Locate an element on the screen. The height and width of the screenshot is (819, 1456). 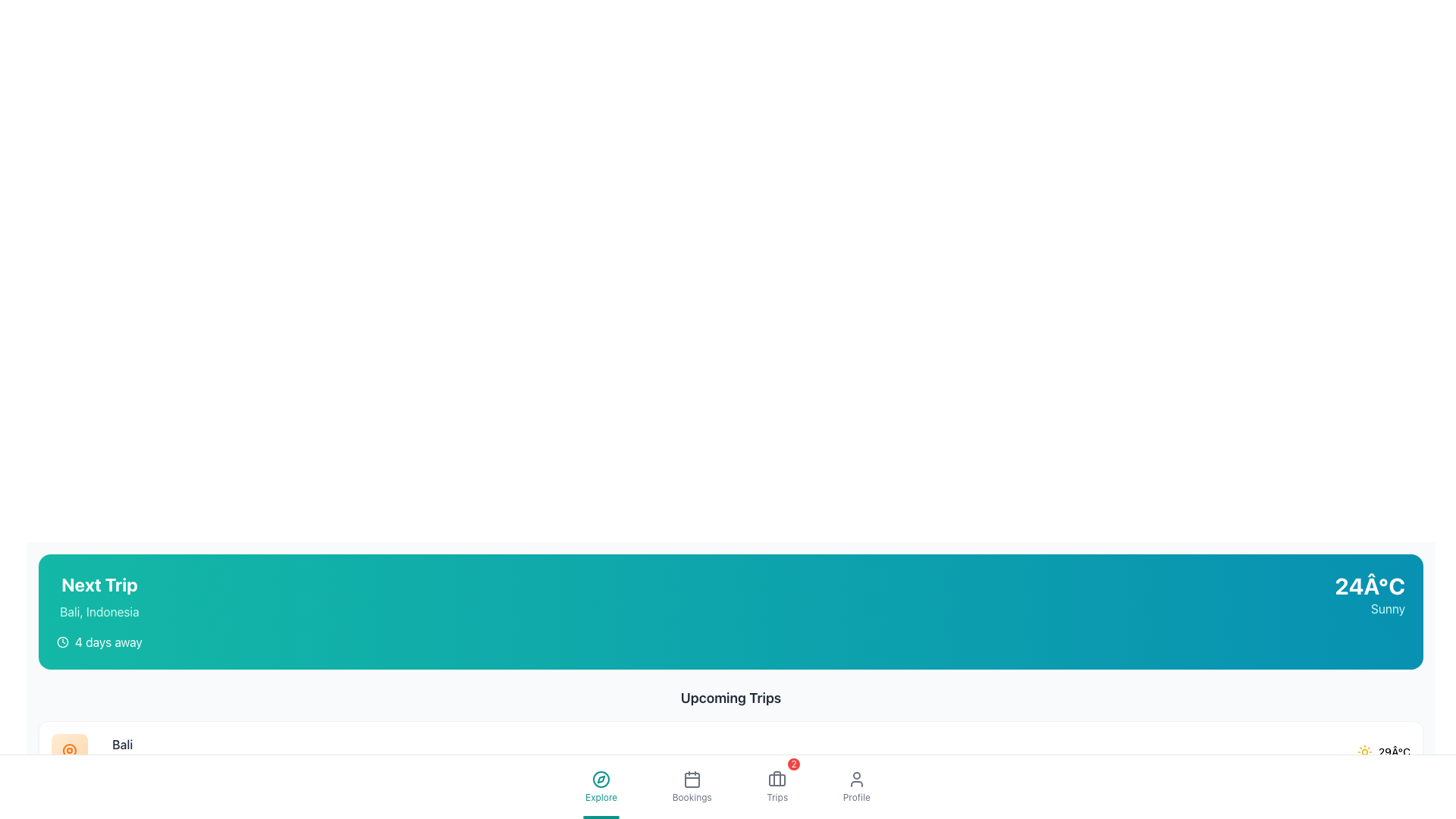
the Text block with supplementary iconography that provides trip details, located in the upper left segment of the card is located at coordinates (99, 610).